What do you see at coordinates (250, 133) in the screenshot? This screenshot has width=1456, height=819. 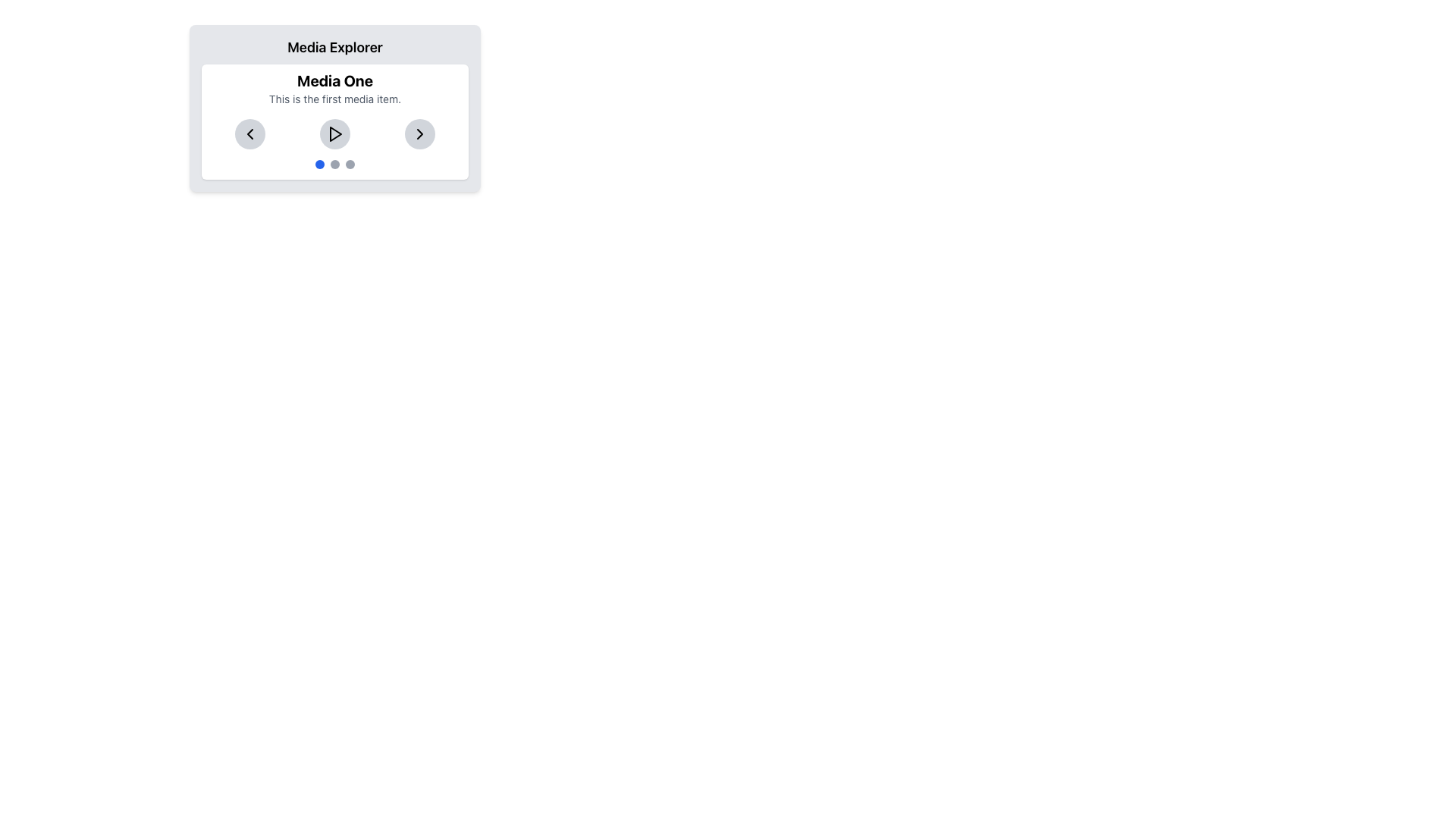 I see `the leftmost navigation button in the 'Media Explorer' section` at bounding box center [250, 133].